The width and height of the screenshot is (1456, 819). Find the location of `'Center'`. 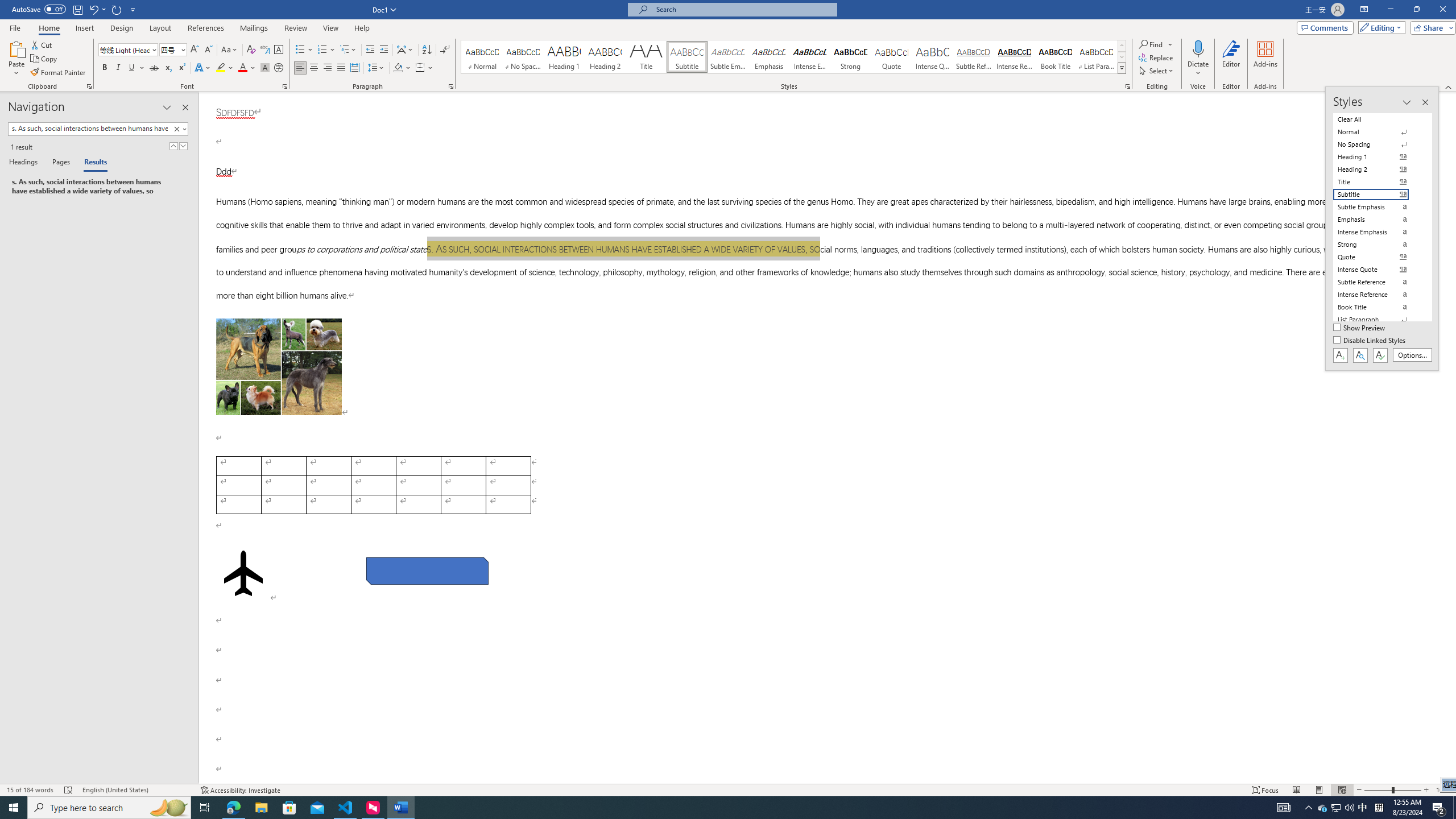

'Center' is located at coordinates (313, 67).